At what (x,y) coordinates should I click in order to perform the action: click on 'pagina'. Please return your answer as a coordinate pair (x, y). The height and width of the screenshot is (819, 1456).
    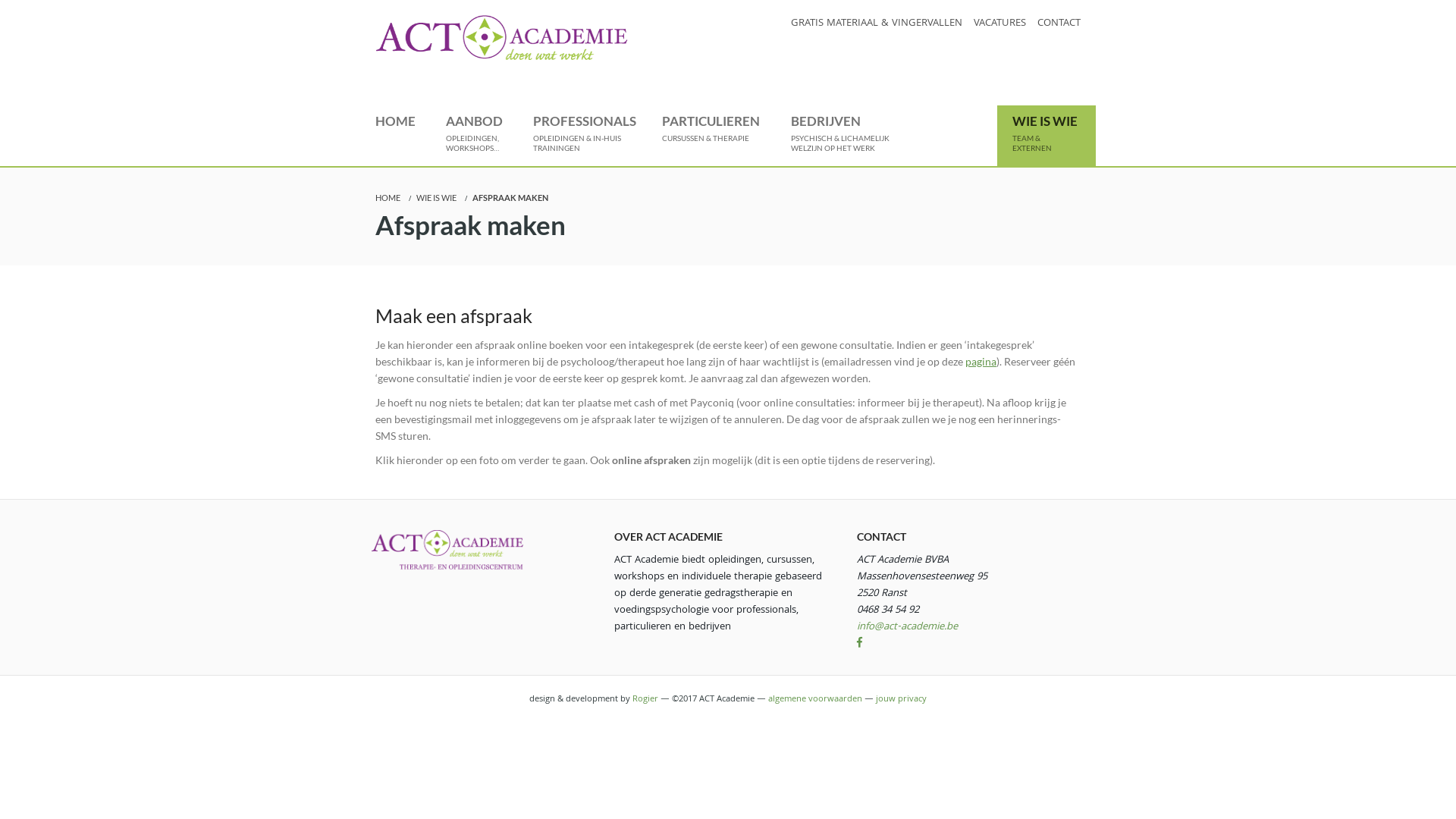
    Looking at the image, I should click on (981, 361).